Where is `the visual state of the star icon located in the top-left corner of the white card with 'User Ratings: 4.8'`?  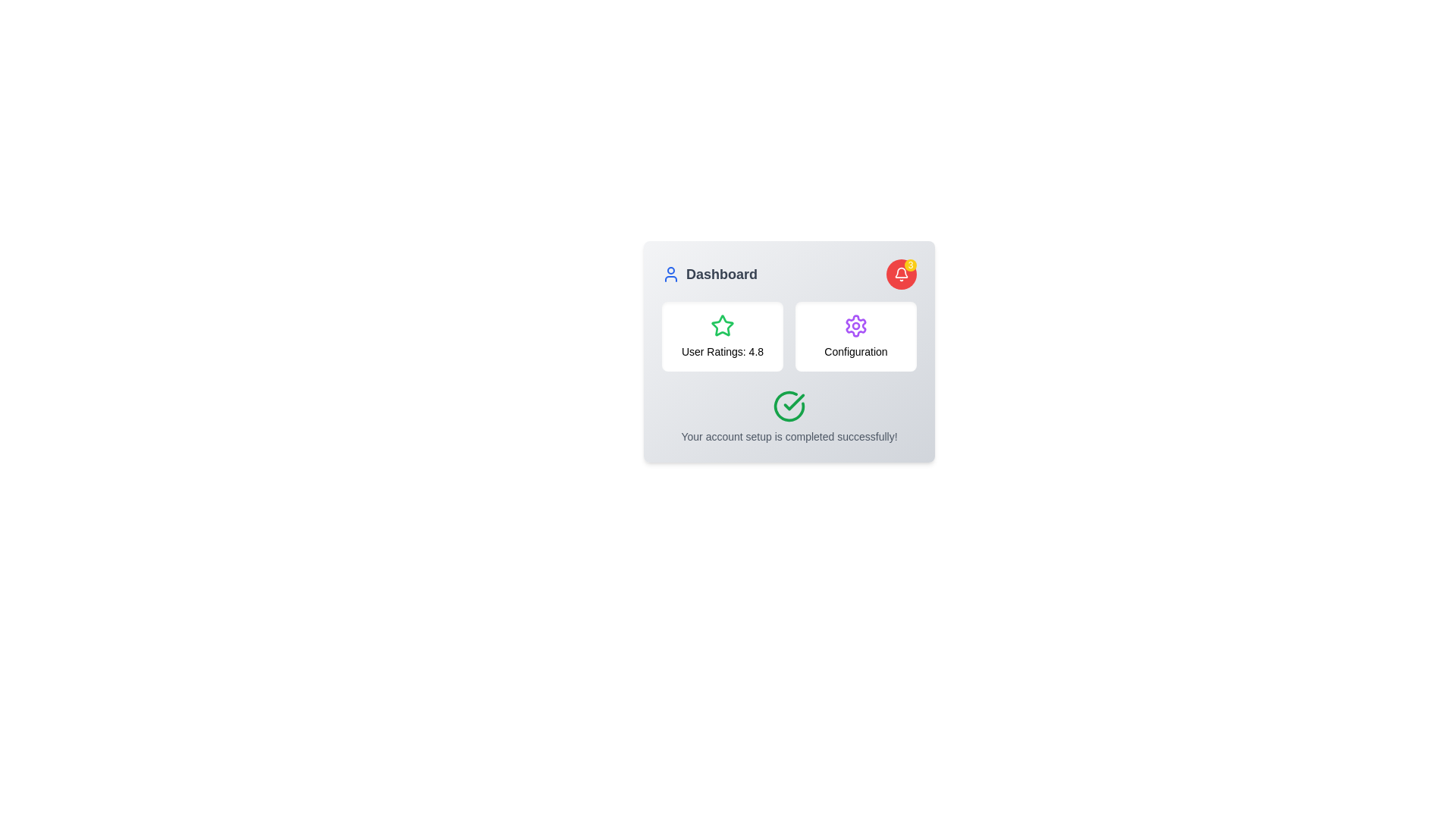 the visual state of the star icon located in the top-left corner of the white card with 'User Ratings: 4.8' is located at coordinates (722, 325).